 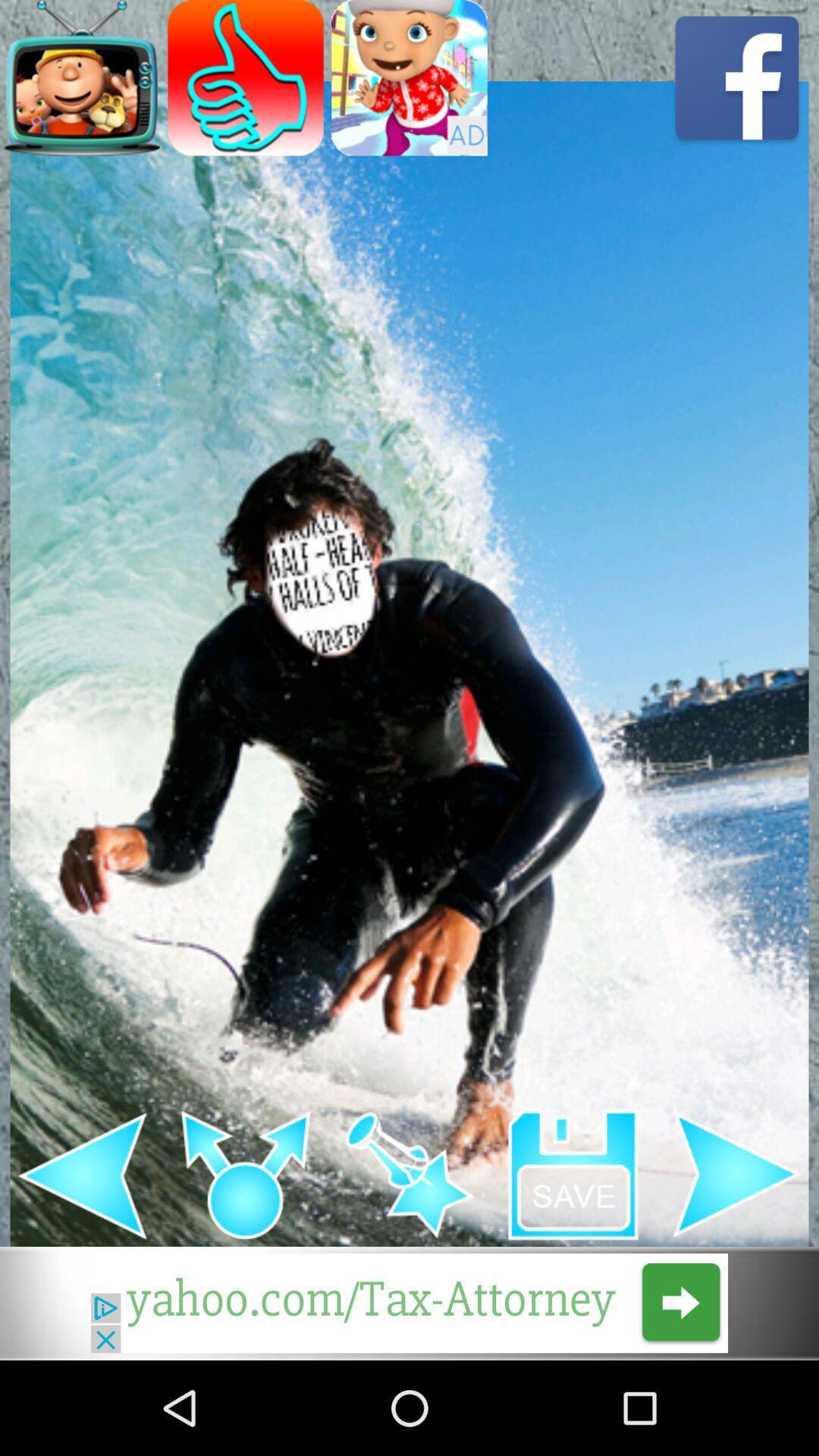 I want to click on the facebook icon, so click(x=736, y=83).